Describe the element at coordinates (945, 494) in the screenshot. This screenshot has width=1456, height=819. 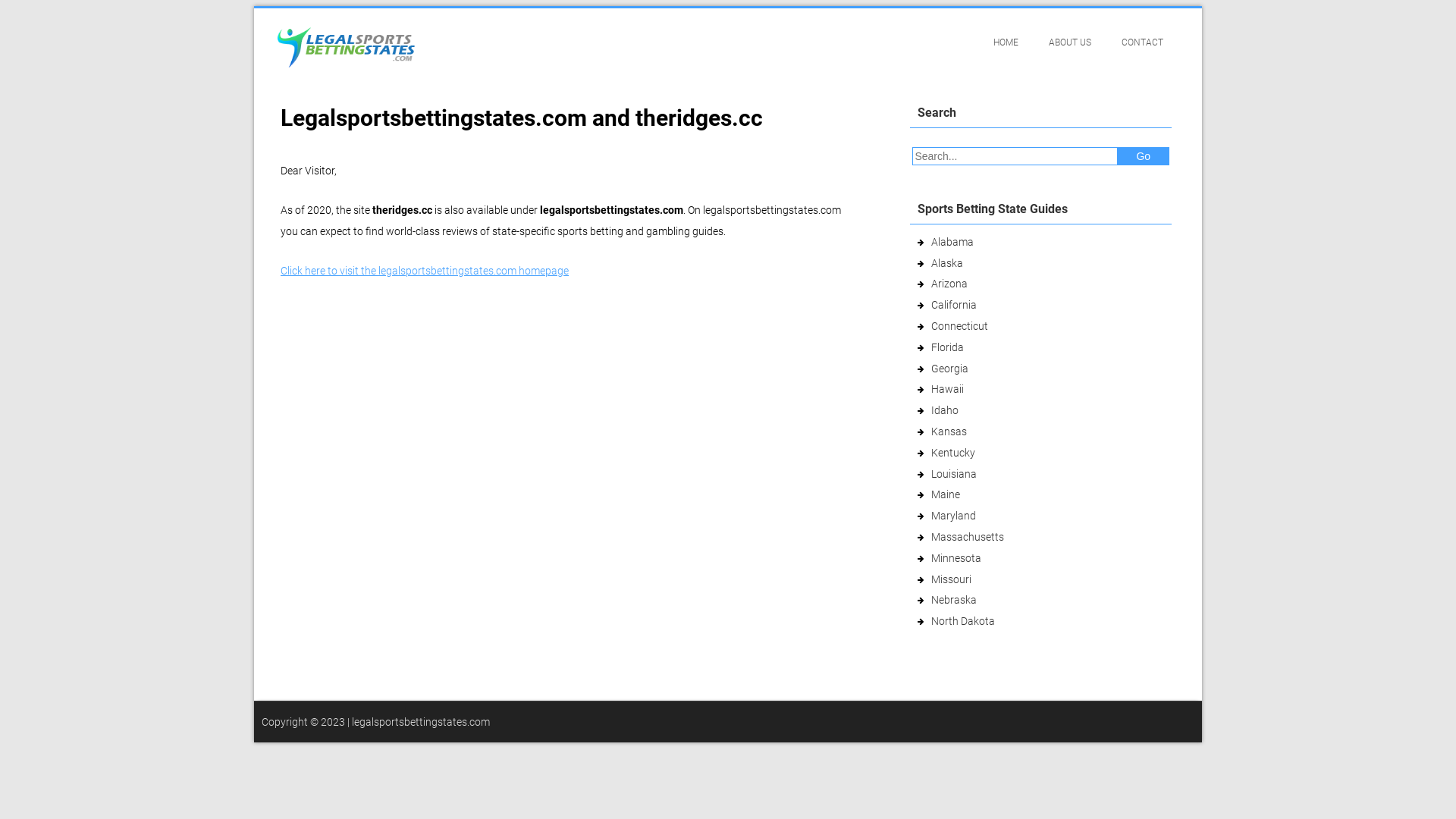
I see `'Maine'` at that location.